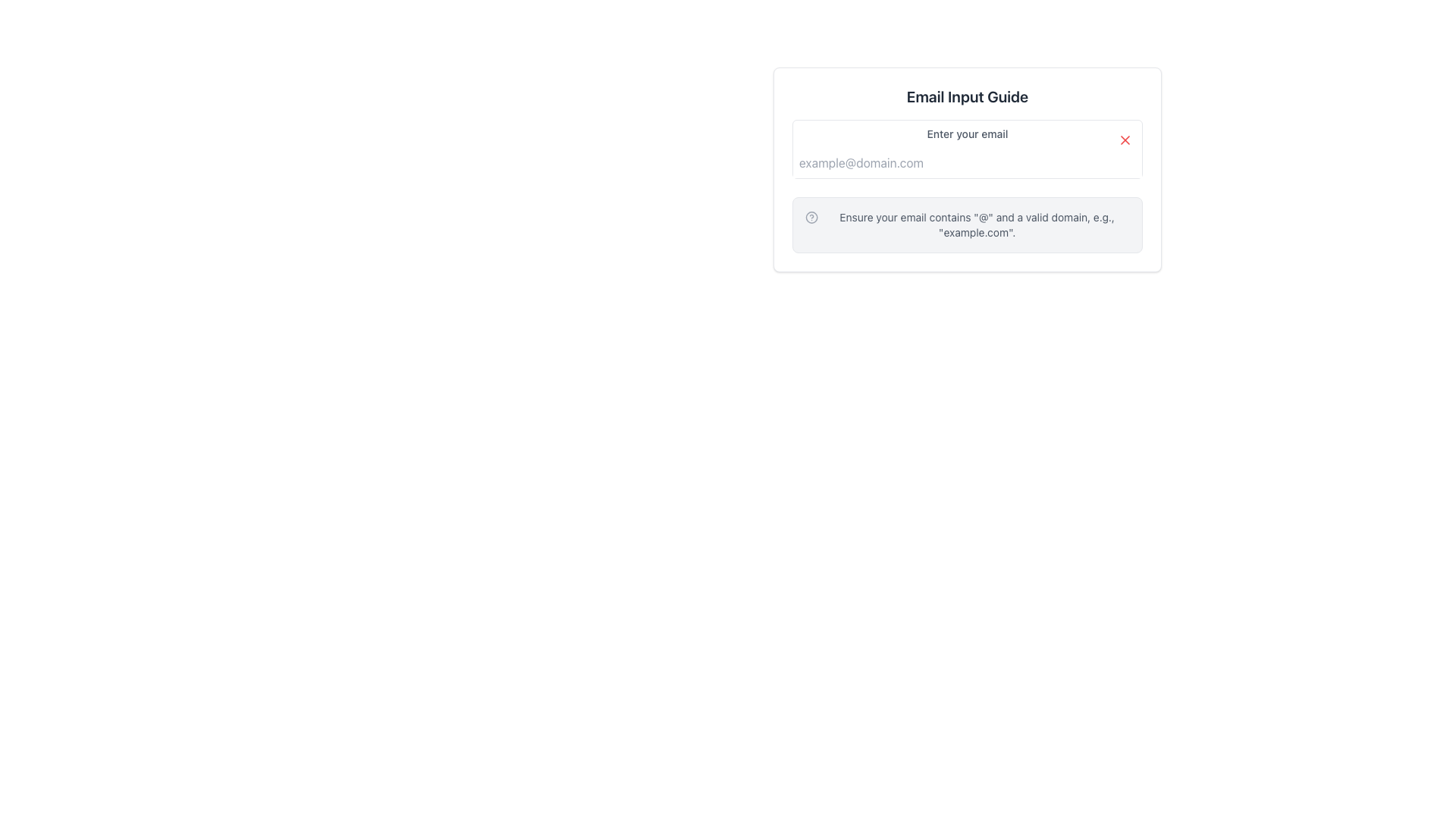  Describe the element at coordinates (811, 217) in the screenshot. I see `the SVG element that serves as part of a visual symbol, specifically the exterior outline of a circular design, located near the bottom of an email input form` at that location.